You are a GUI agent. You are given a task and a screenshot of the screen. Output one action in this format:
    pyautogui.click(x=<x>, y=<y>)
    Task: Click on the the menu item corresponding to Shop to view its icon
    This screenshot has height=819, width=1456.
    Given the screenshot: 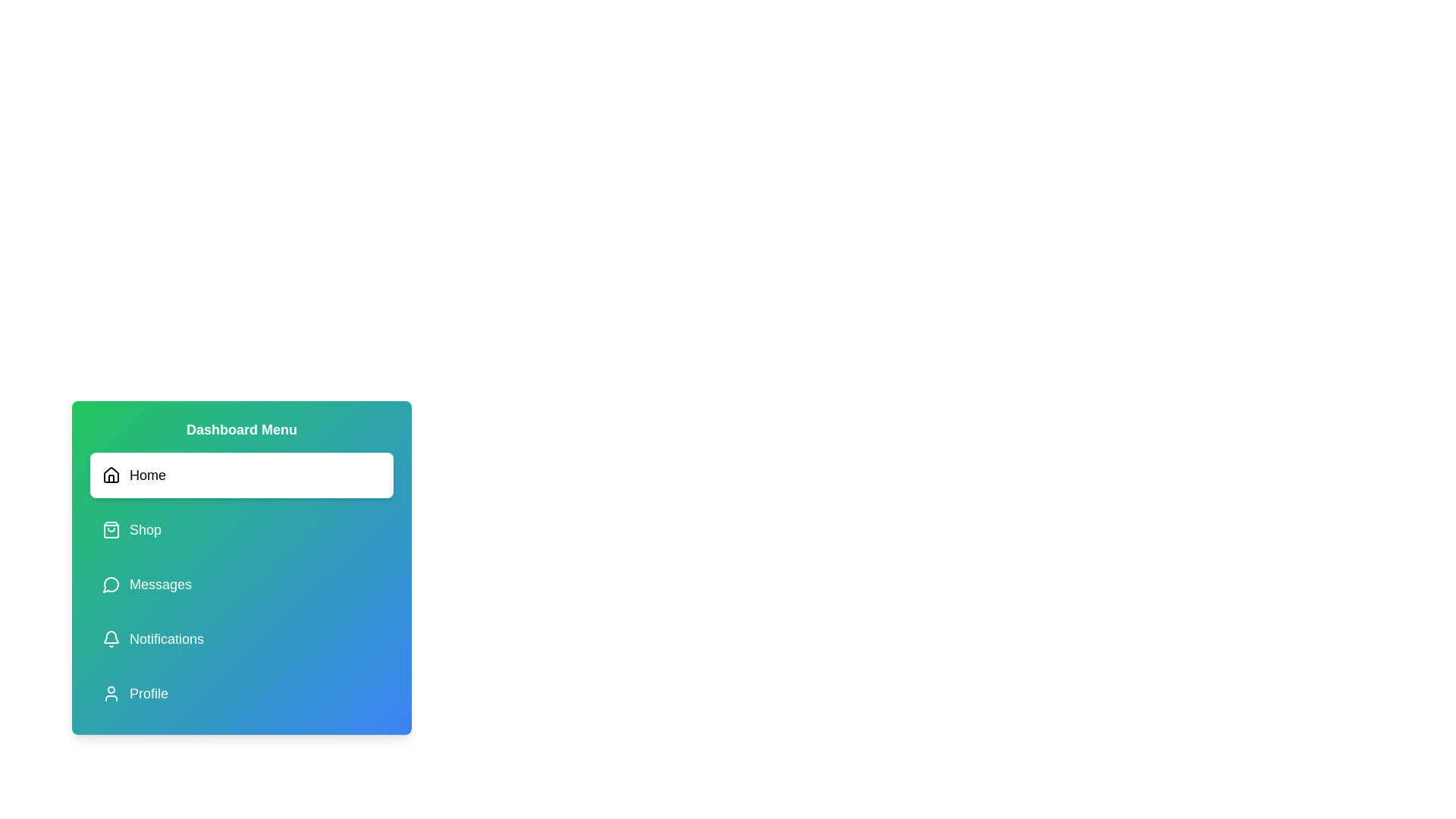 What is the action you would take?
    pyautogui.click(x=240, y=529)
    